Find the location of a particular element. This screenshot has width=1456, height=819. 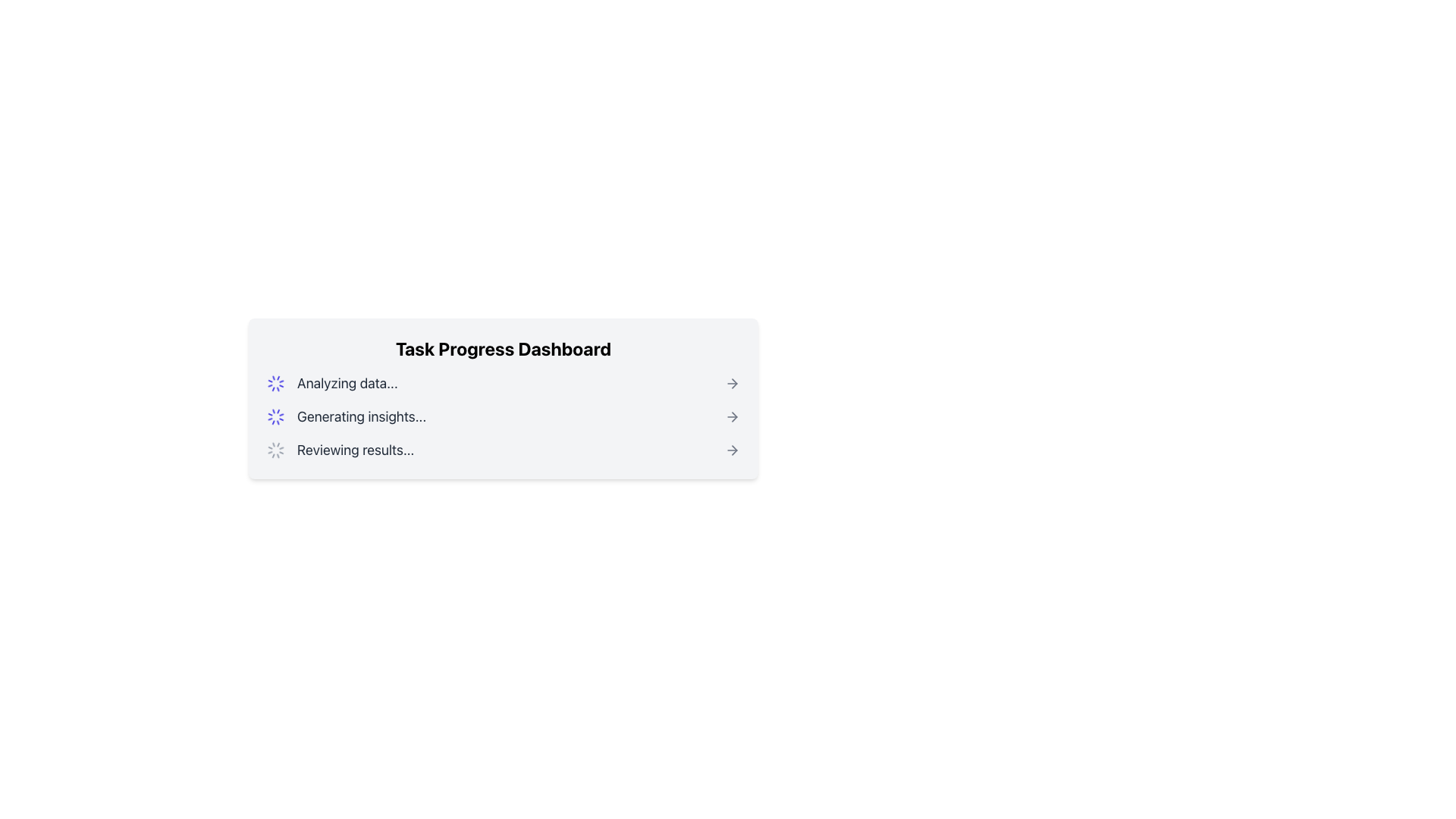

the right arrow icon in the 'Task Progress Dashboard' is located at coordinates (734, 450).